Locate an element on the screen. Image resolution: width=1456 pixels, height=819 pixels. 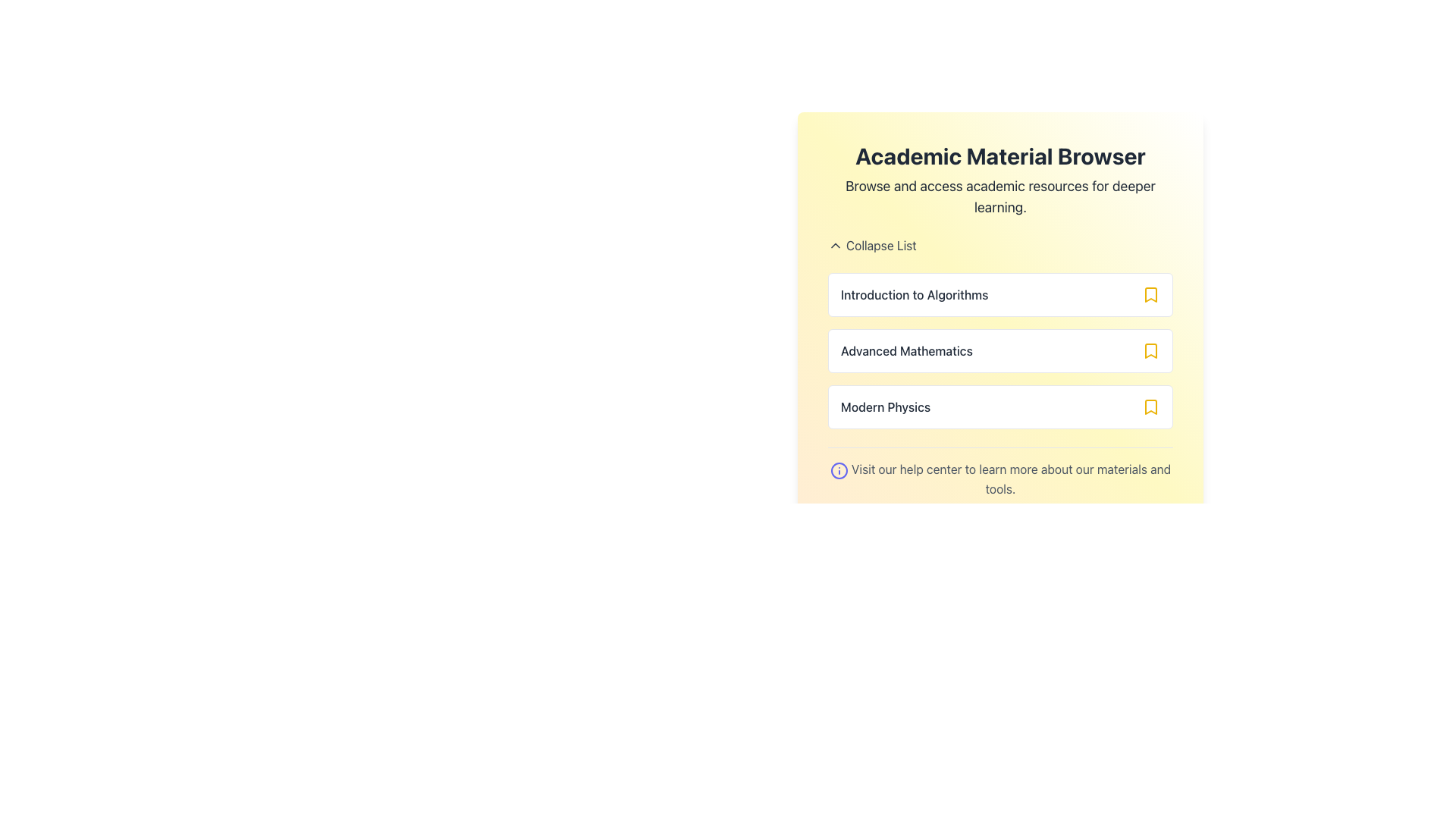
the informational text block containing the message 'Visit our help center to learn more about our materials and tools.' with a circular blue icon to the left is located at coordinates (1000, 472).